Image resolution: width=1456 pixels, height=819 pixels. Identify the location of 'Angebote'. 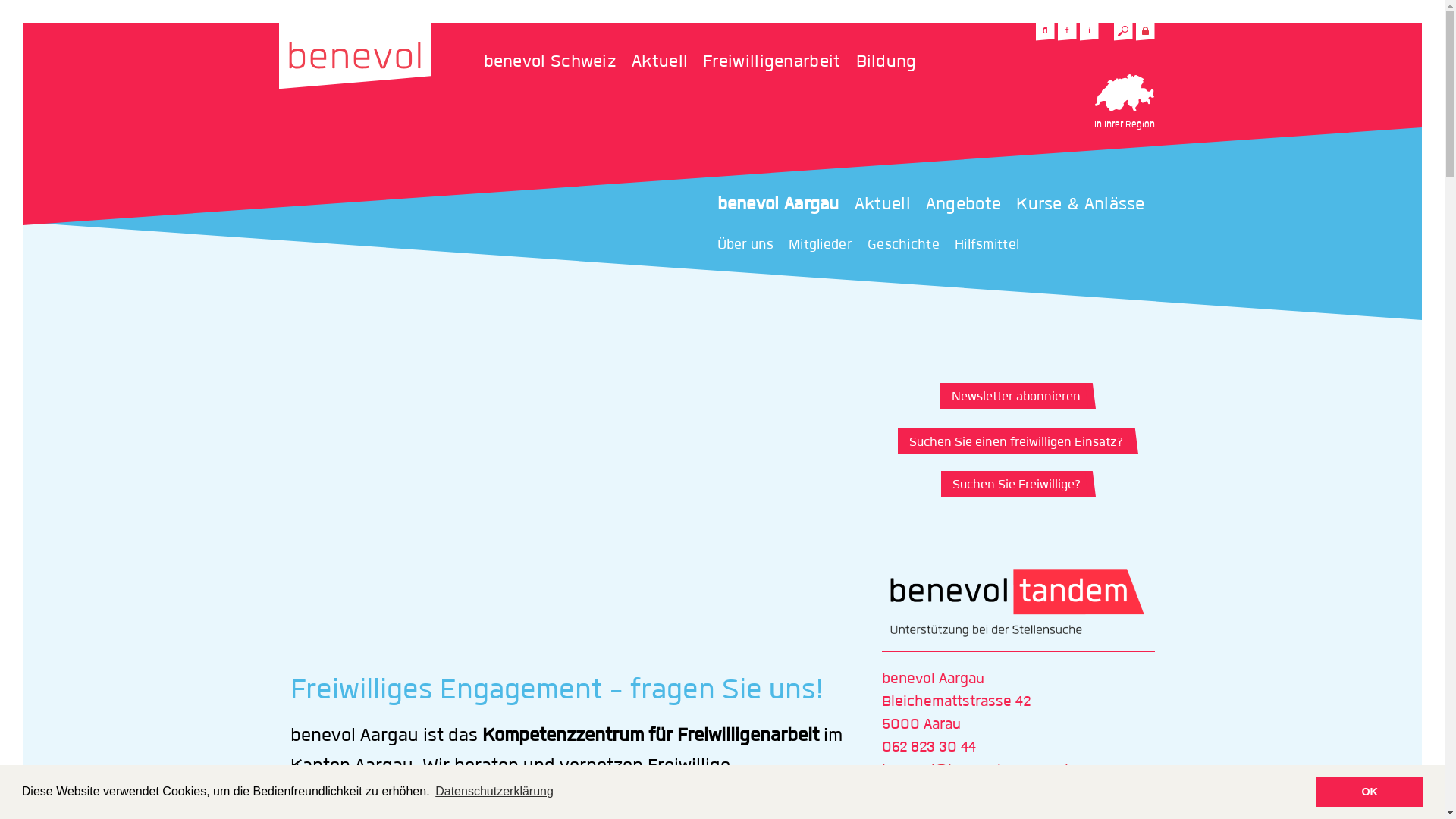
(971, 205).